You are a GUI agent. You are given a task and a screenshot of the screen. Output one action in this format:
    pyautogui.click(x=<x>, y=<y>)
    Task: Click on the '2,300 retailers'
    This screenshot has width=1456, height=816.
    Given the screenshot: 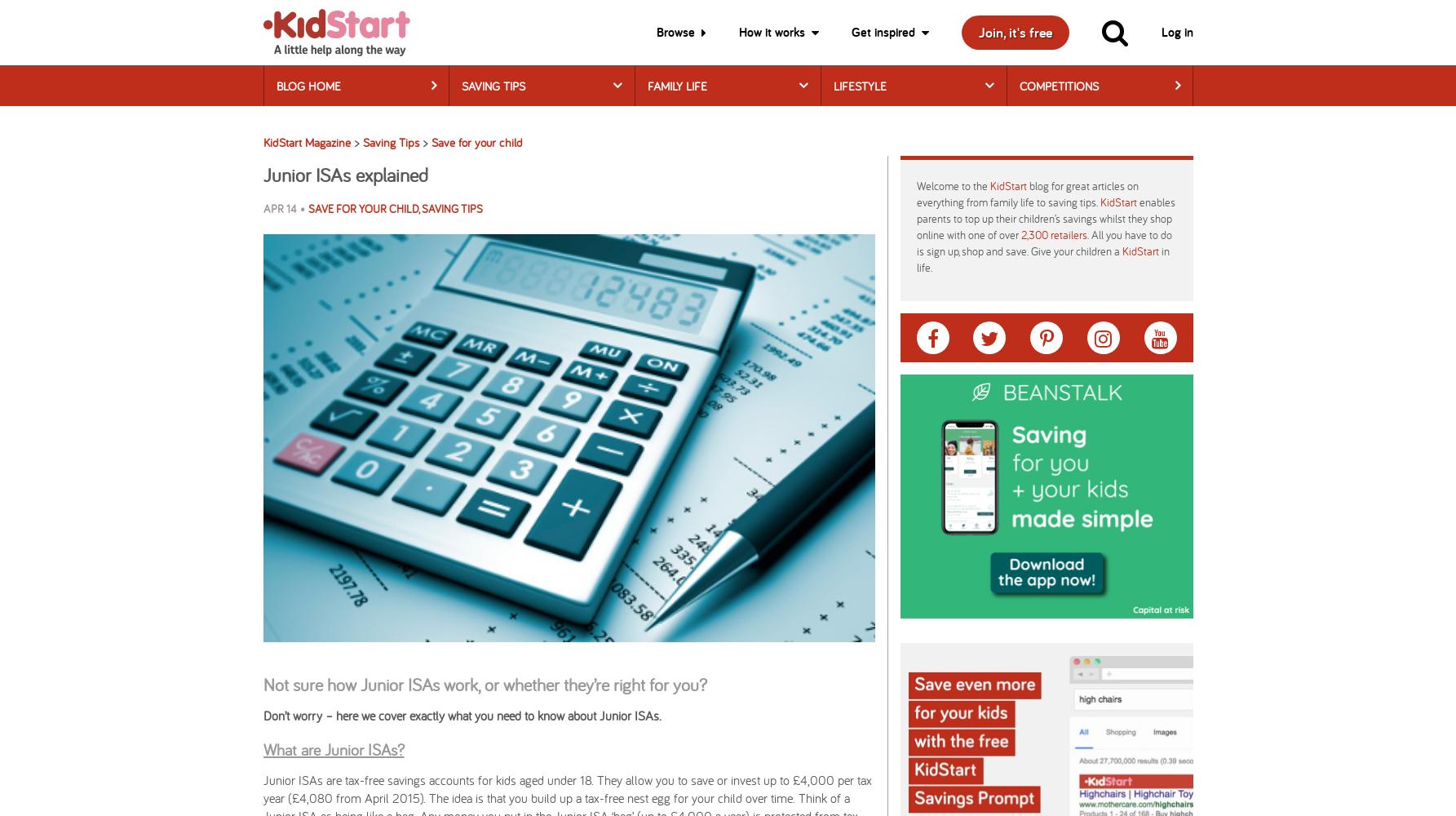 What is the action you would take?
    pyautogui.click(x=1053, y=234)
    